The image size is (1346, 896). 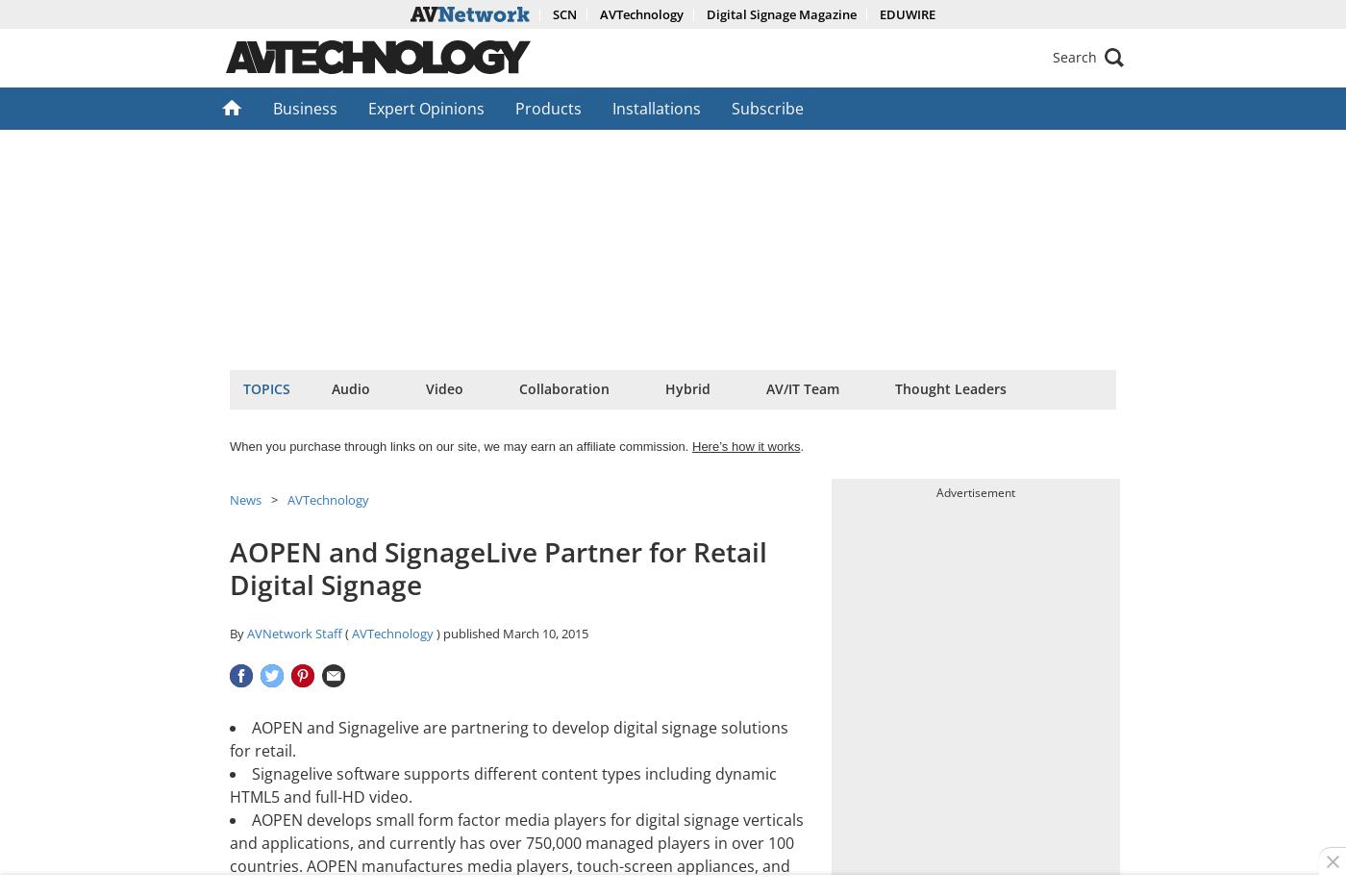 I want to click on 'Advertisement', so click(x=935, y=491).